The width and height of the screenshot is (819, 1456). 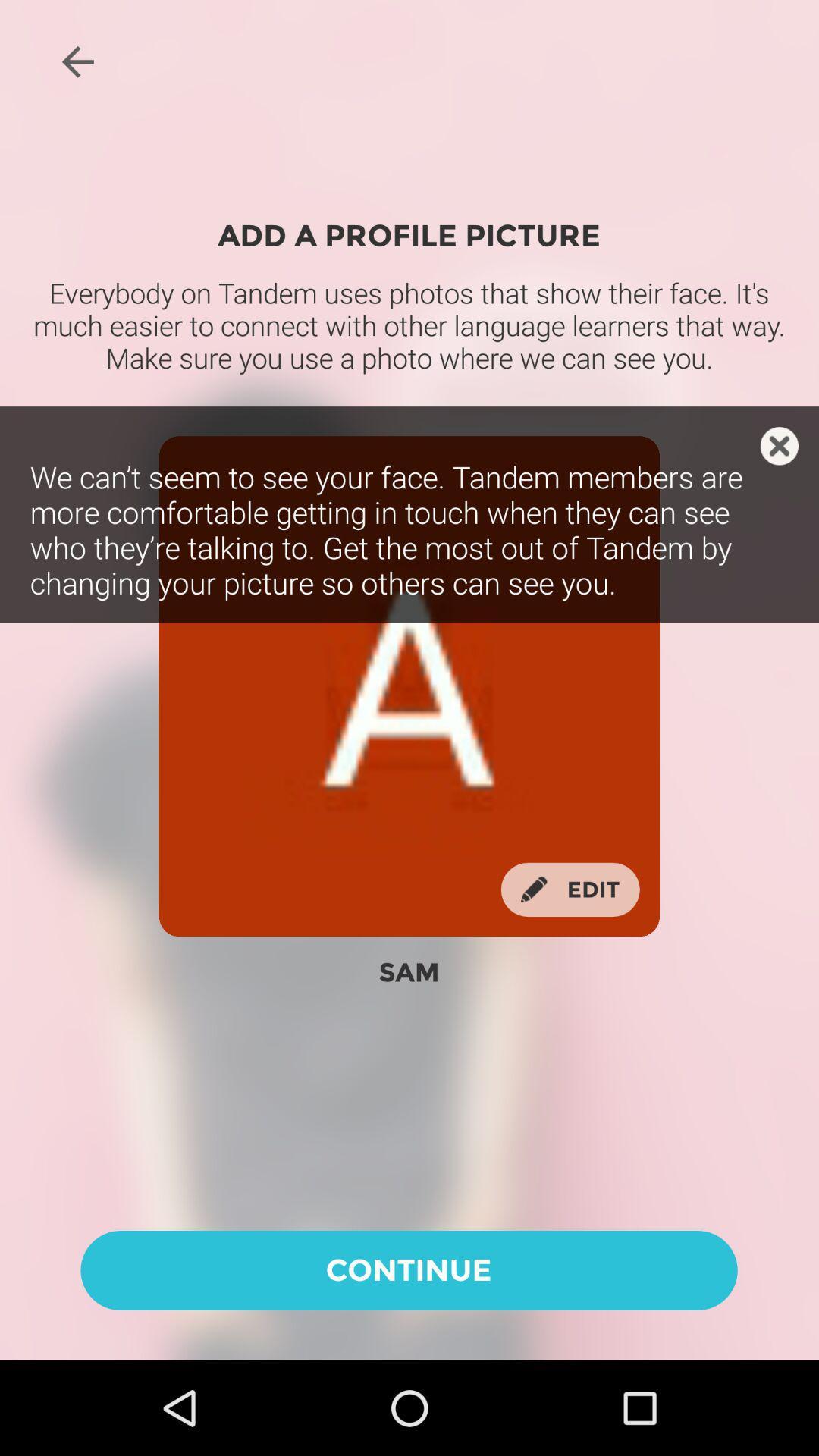 I want to click on the icon below sam, so click(x=408, y=1270).